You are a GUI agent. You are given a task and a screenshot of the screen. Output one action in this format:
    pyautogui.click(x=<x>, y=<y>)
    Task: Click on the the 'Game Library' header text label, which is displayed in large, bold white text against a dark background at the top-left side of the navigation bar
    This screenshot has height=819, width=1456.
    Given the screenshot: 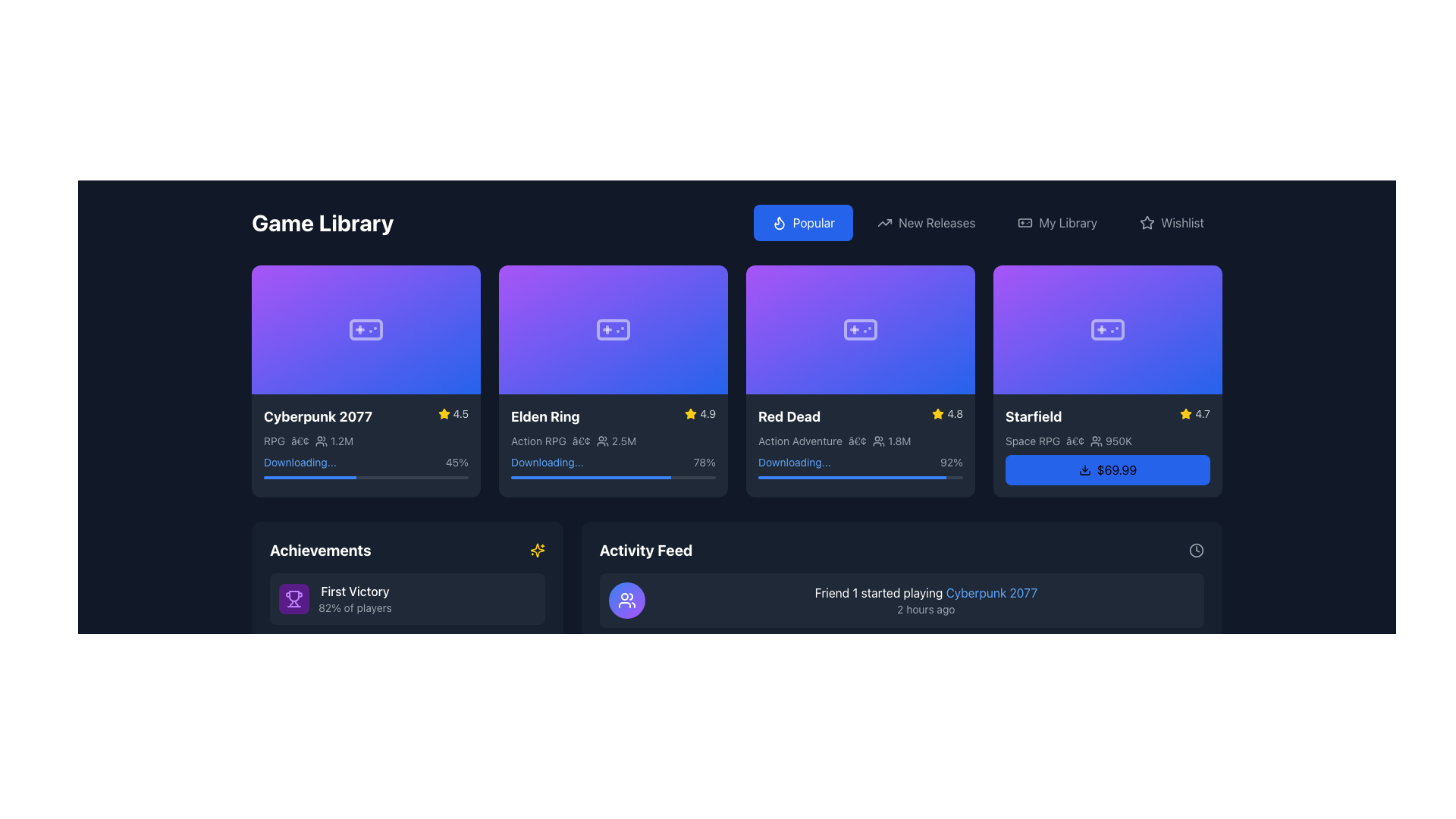 What is the action you would take?
    pyautogui.click(x=322, y=222)
    